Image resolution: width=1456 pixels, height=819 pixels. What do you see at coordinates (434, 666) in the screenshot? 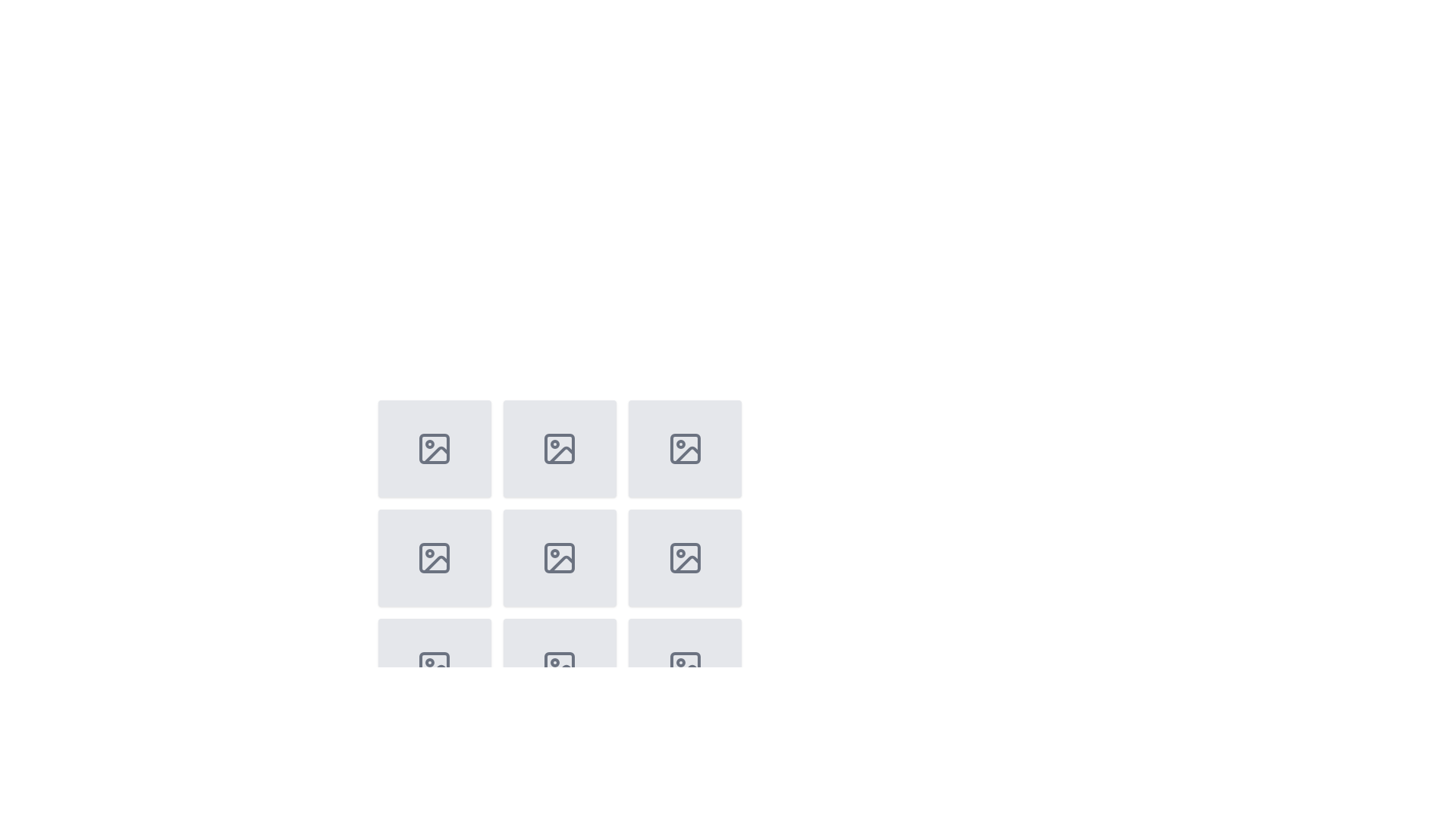
I see `the gray picture frame icon in the bottom right corner of the 3x3 grid layout` at bounding box center [434, 666].